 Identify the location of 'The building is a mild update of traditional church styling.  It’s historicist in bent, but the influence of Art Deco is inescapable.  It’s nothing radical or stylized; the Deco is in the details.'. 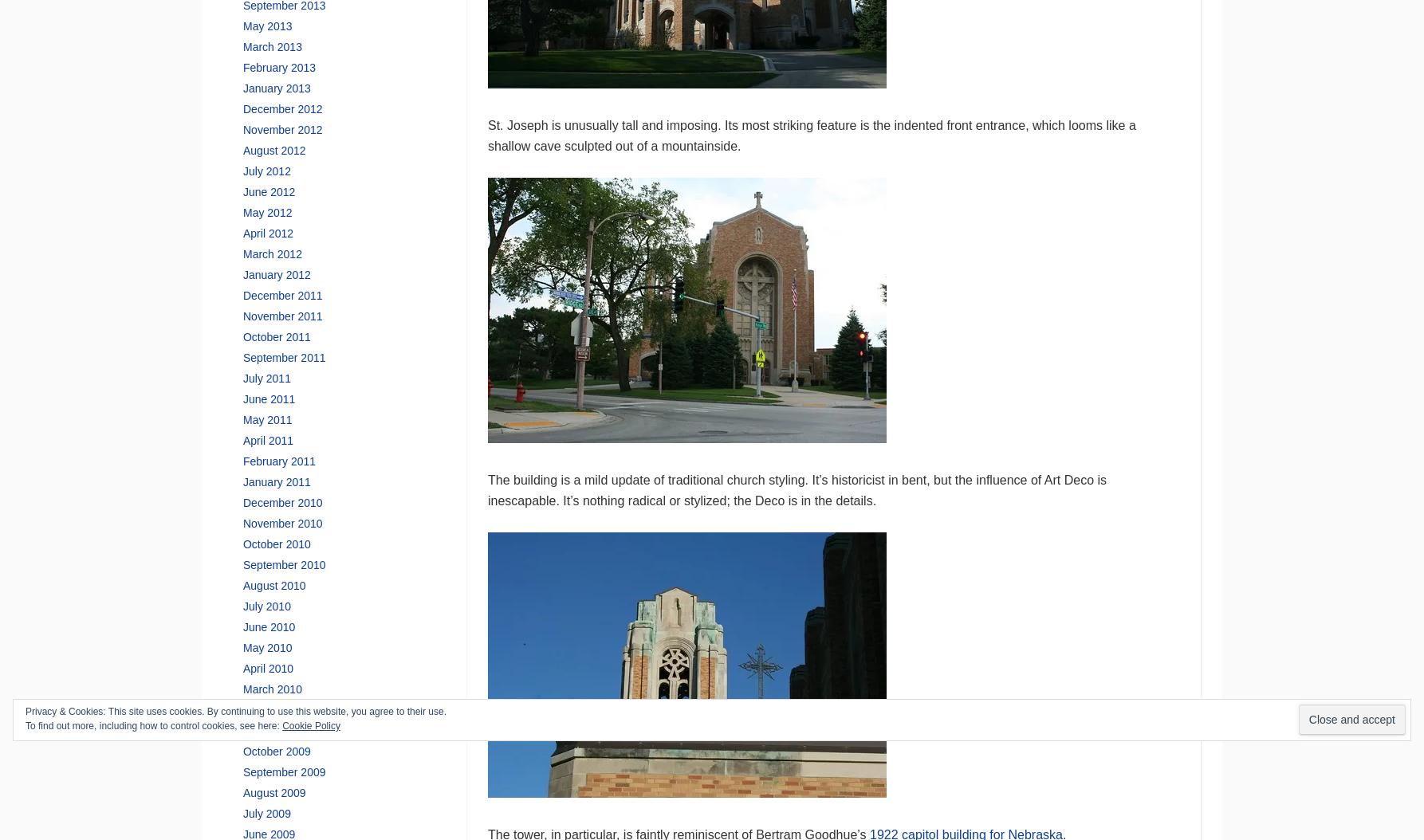
(797, 489).